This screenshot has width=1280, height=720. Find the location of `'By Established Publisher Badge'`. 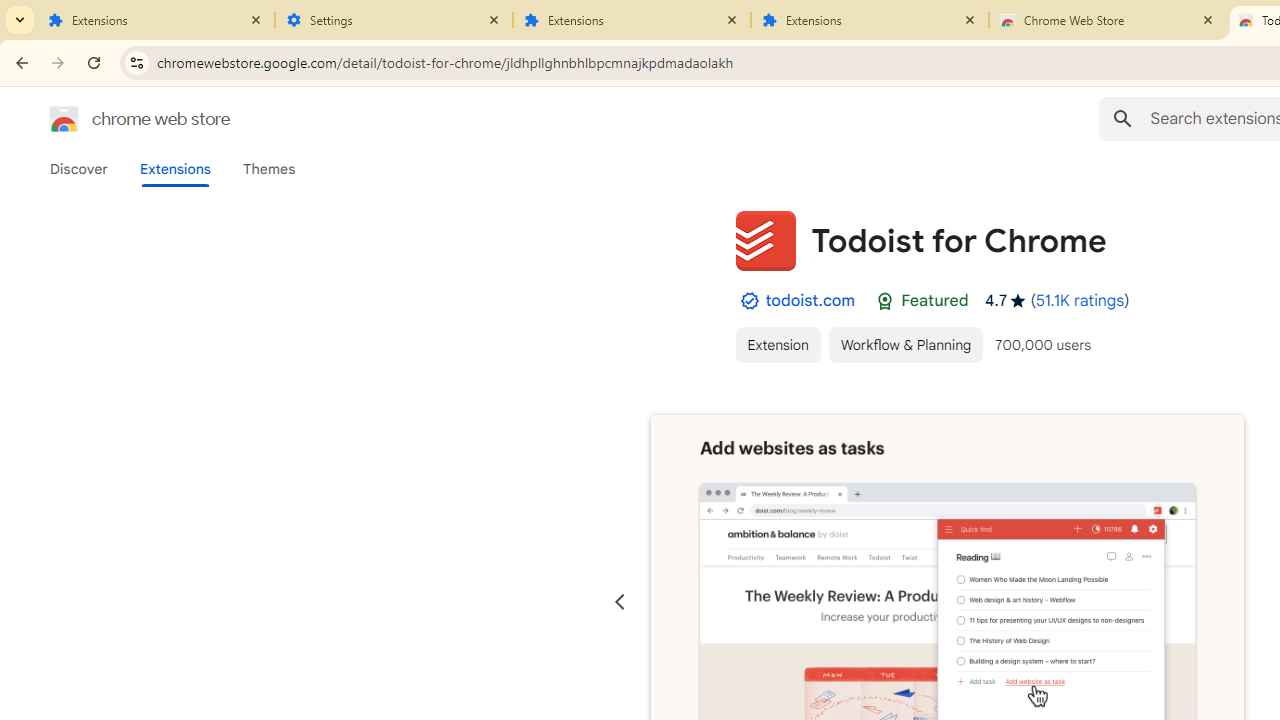

'By Established Publisher Badge' is located at coordinates (748, 301).